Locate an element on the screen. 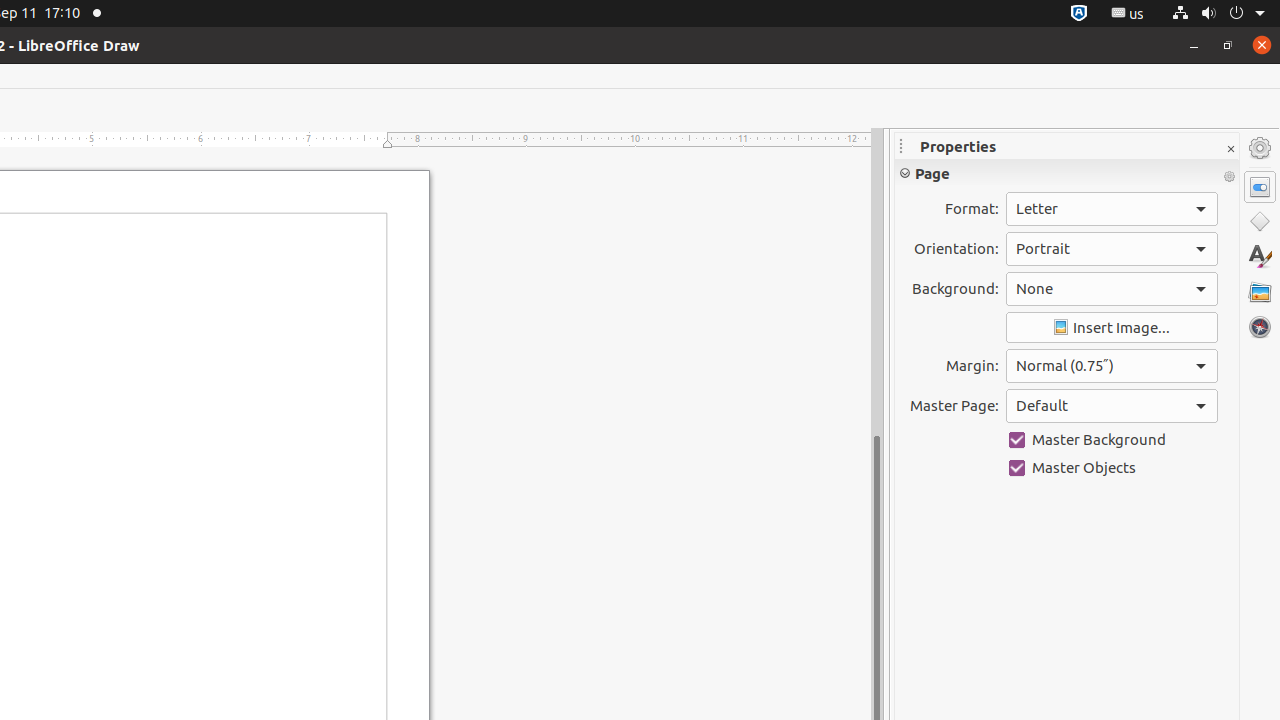  'Navigator' is located at coordinates (1259, 326).